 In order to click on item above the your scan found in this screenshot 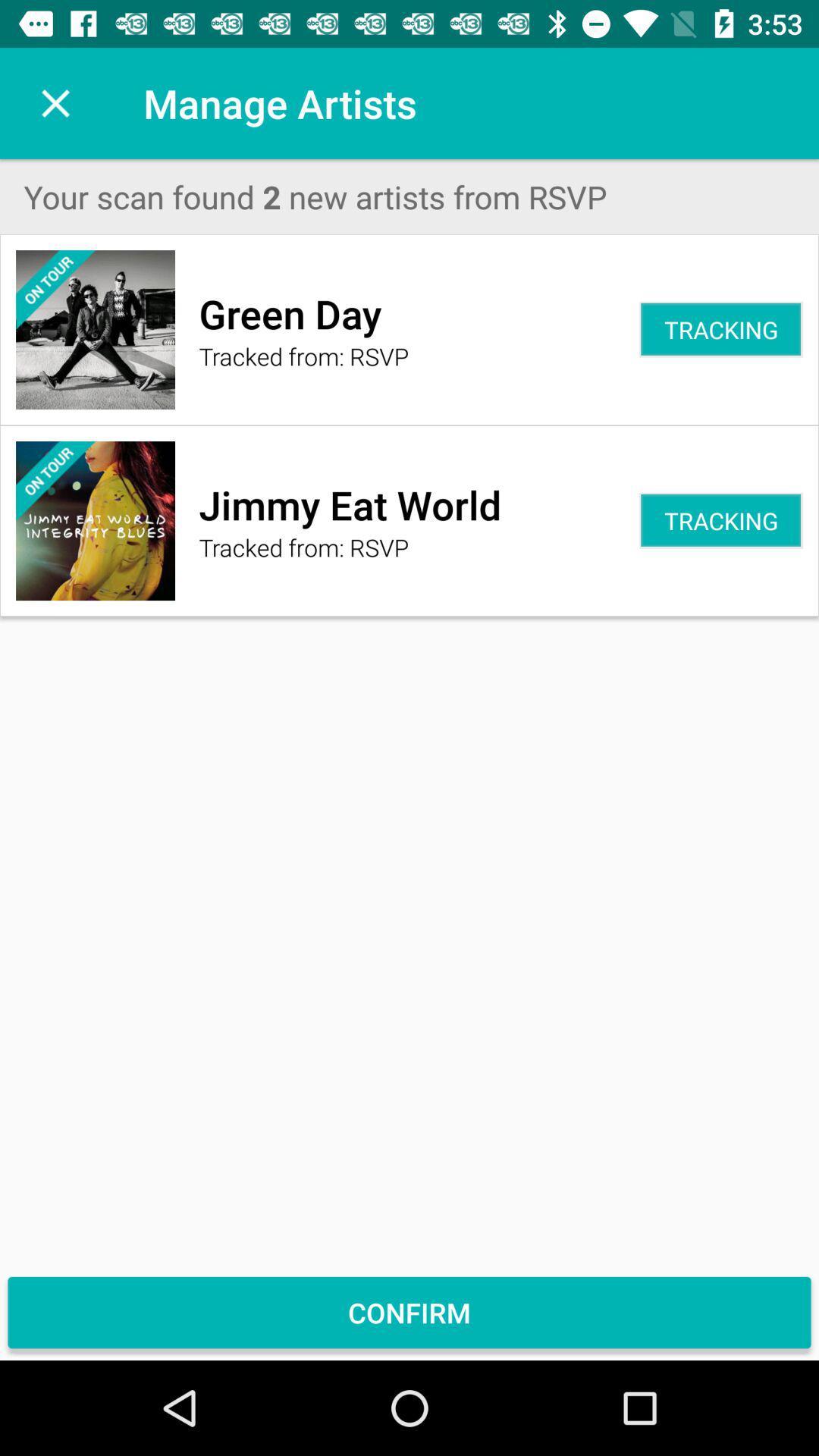, I will do `click(55, 102)`.